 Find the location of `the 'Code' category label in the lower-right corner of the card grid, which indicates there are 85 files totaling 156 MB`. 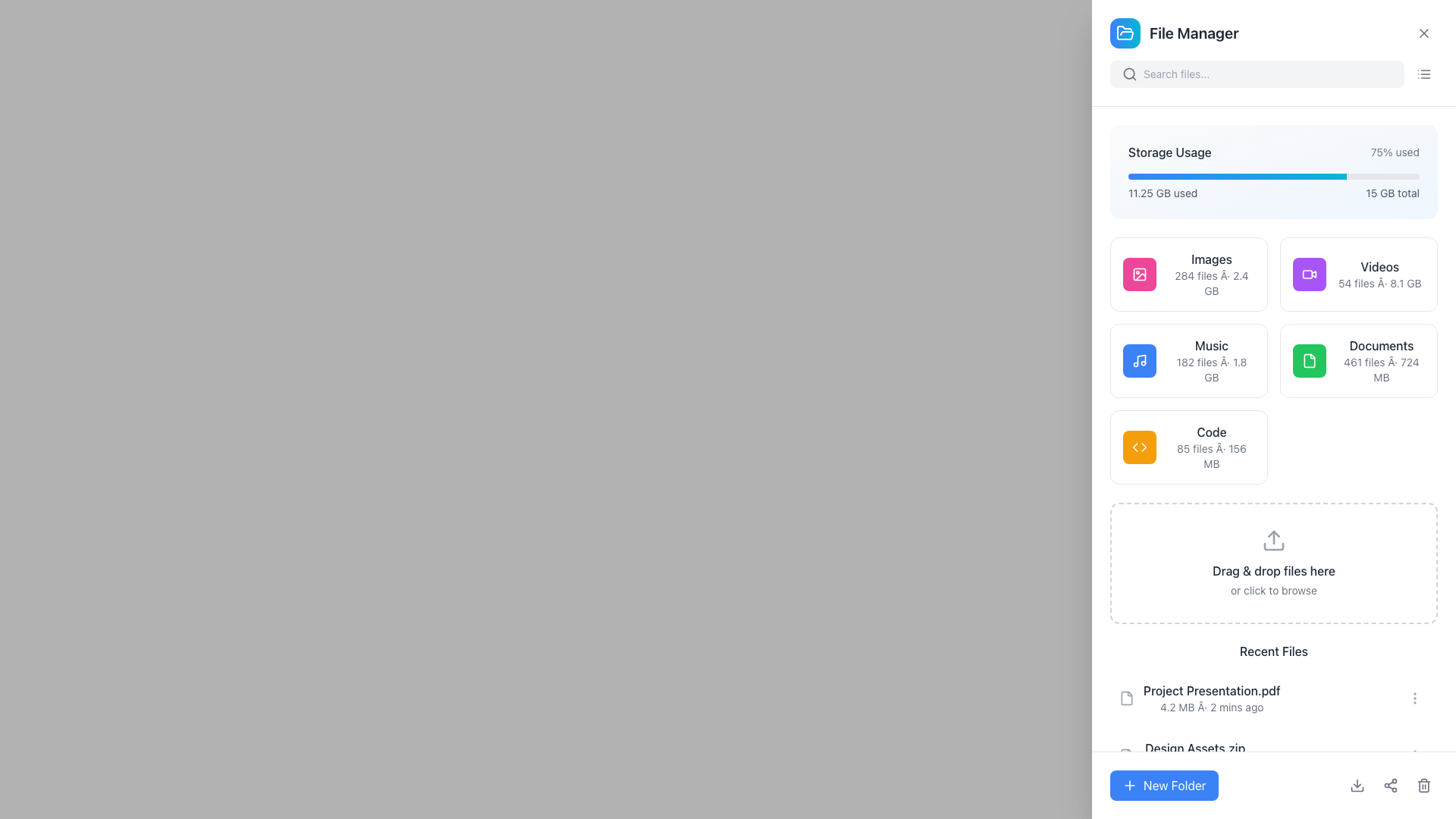

the 'Code' category label in the lower-right corner of the card grid, which indicates there are 85 files totaling 156 MB is located at coordinates (1211, 447).